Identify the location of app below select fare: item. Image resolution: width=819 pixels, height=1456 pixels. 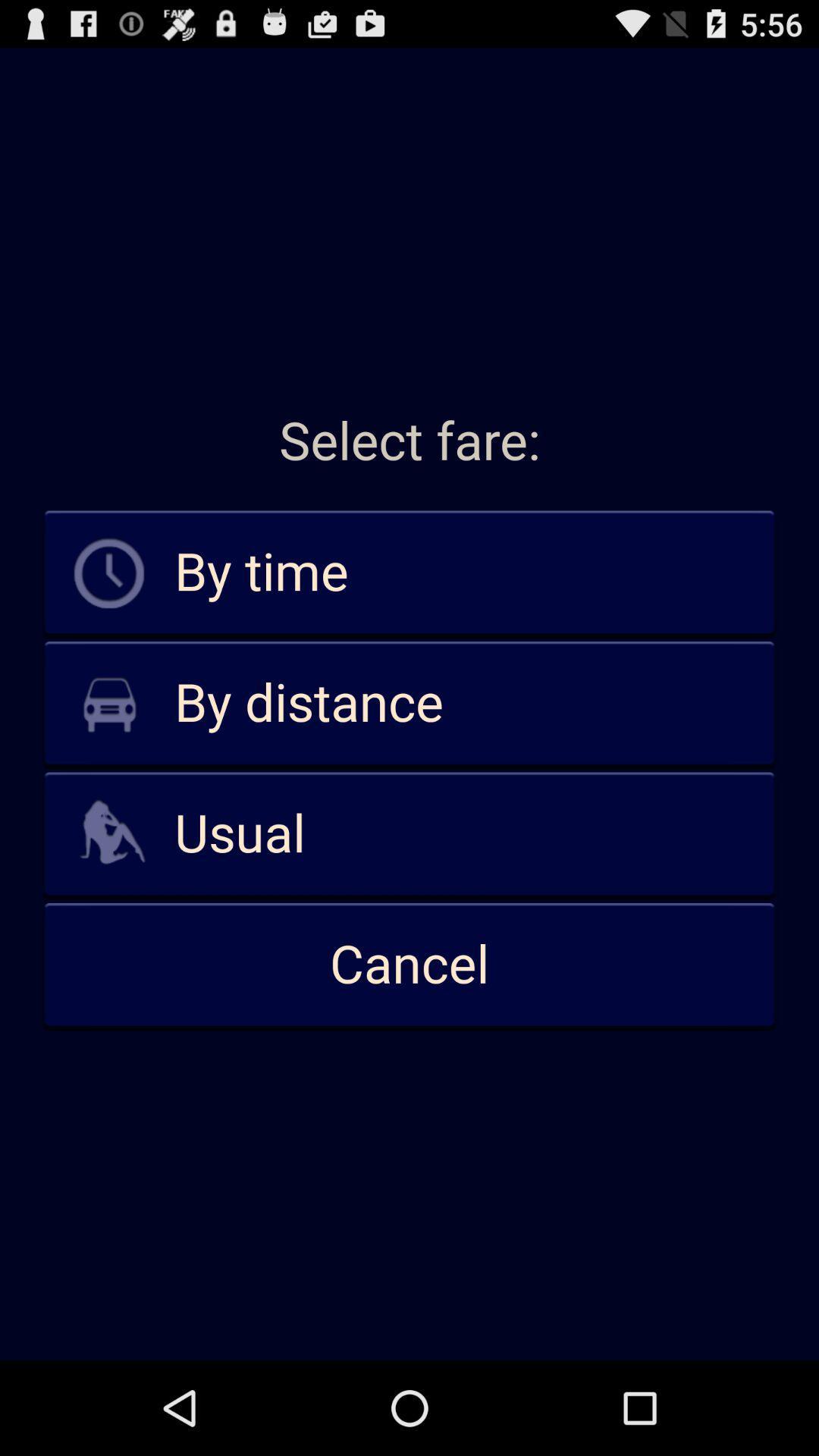
(409, 573).